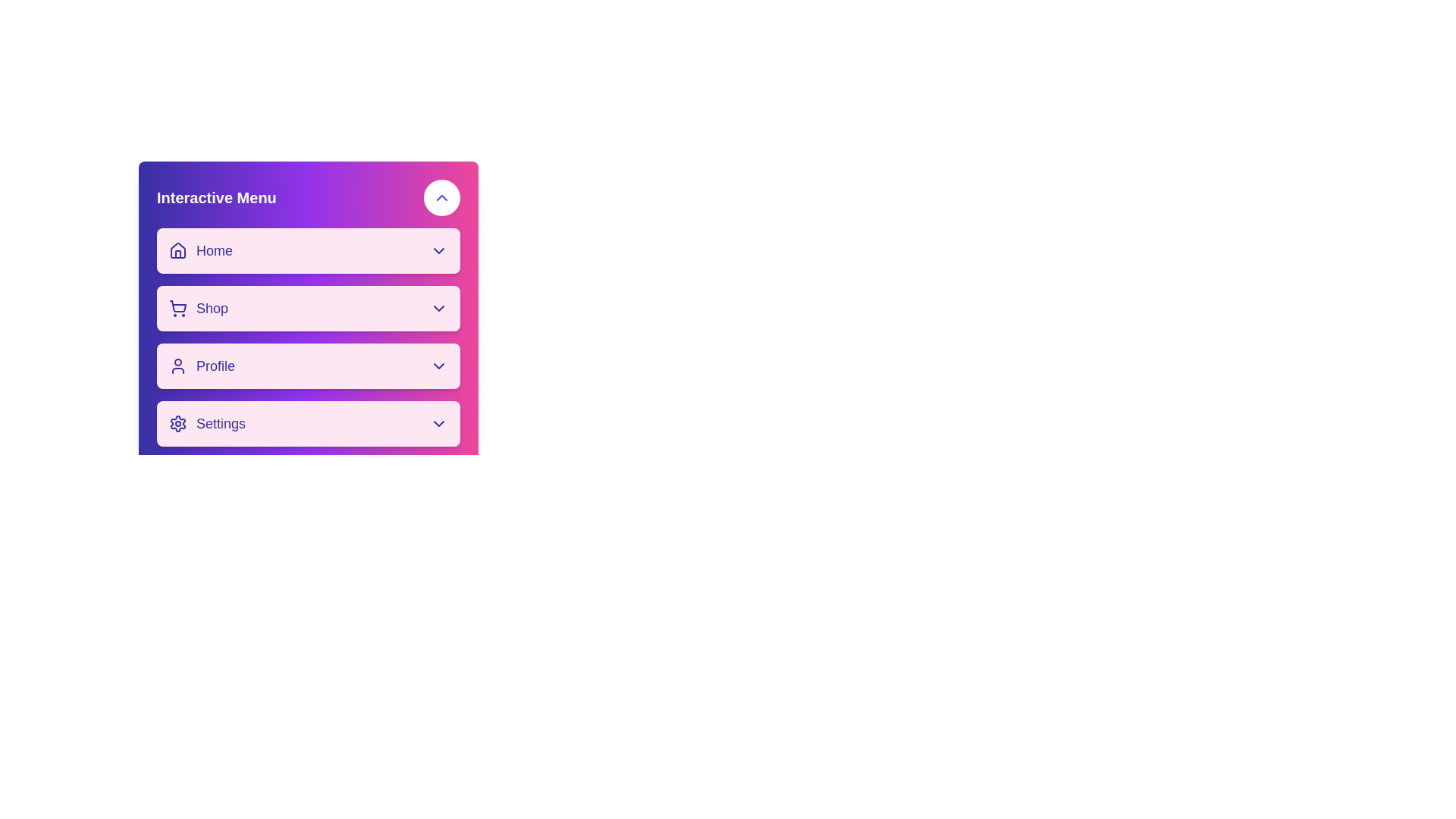  What do you see at coordinates (214, 250) in the screenshot?
I see `the 'Home' text label in the interactive menu, which is styled in a large, medium-weight font and distinctly visible against the background` at bounding box center [214, 250].